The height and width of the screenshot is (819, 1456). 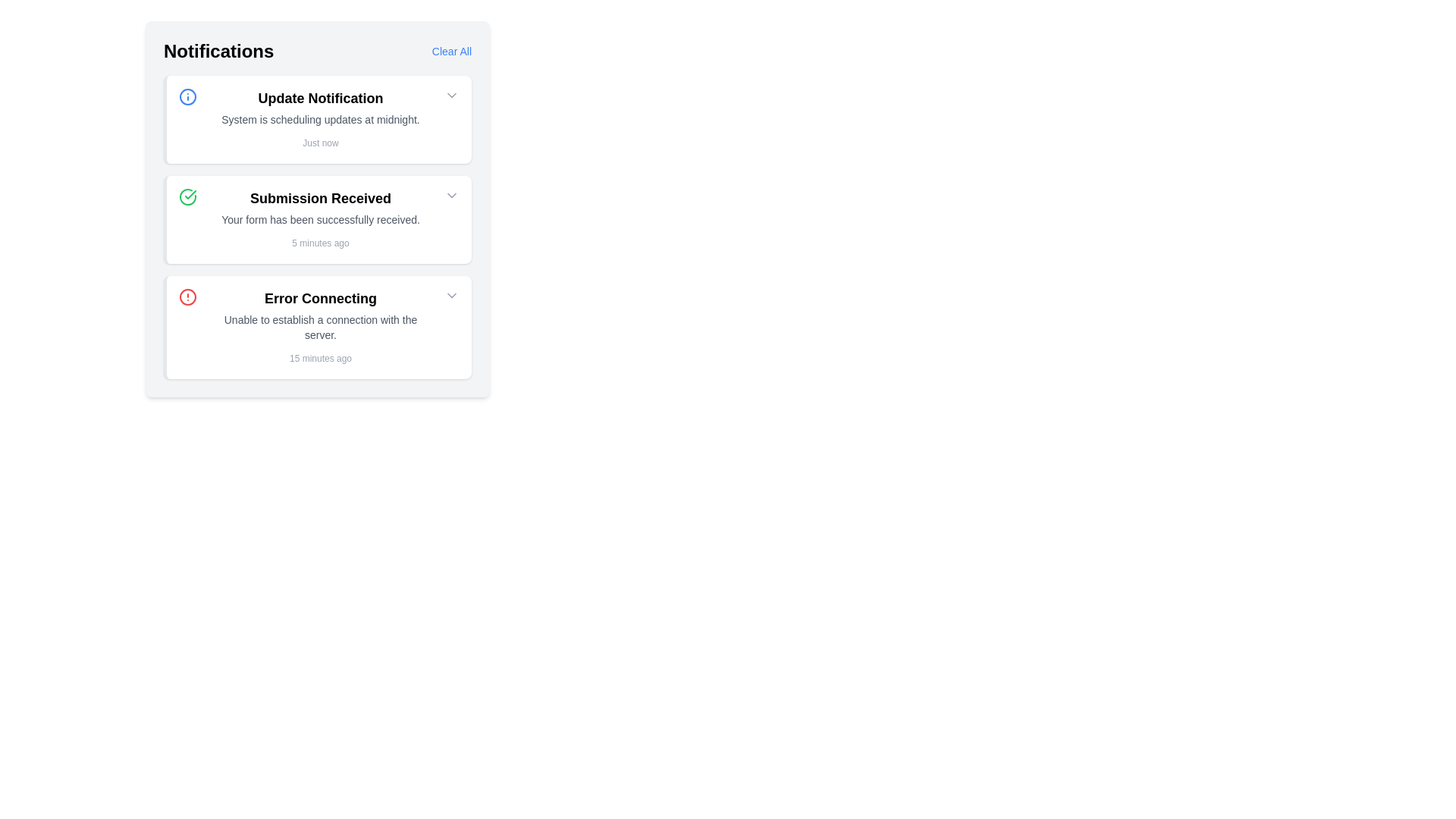 What do you see at coordinates (319, 242) in the screenshot?
I see `information from the static text label that indicates the time elapsed since the notification was sent, which is located within the 'Submission Received' notification card, below the detailed message text` at bounding box center [319, 242].